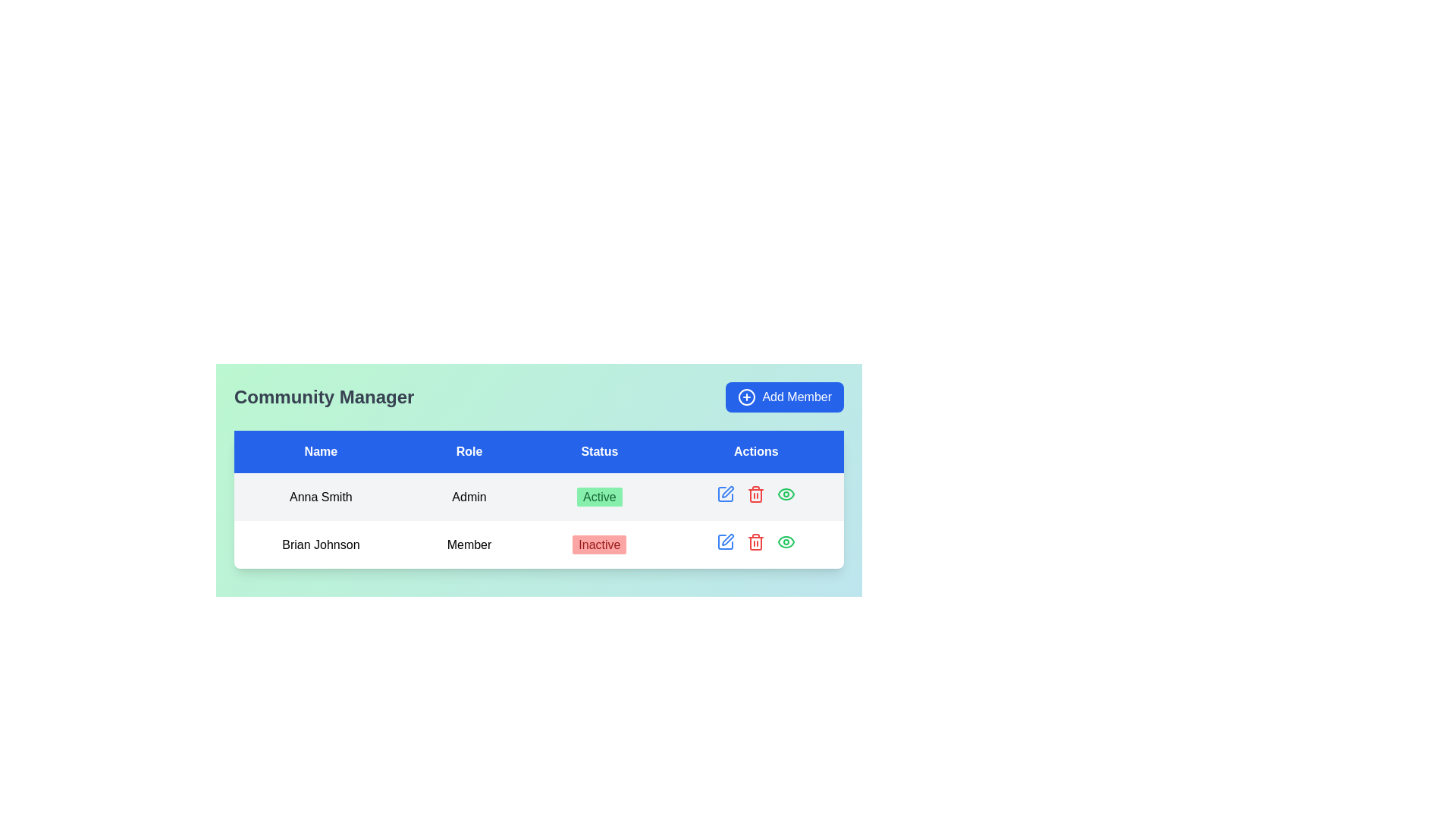  Describe the element at coordinates (786, 494) in the screenshot. I see `the 'View' button in the 'Actions' column of the table corresponding to 'Anna Smith' to change its color` at that location.